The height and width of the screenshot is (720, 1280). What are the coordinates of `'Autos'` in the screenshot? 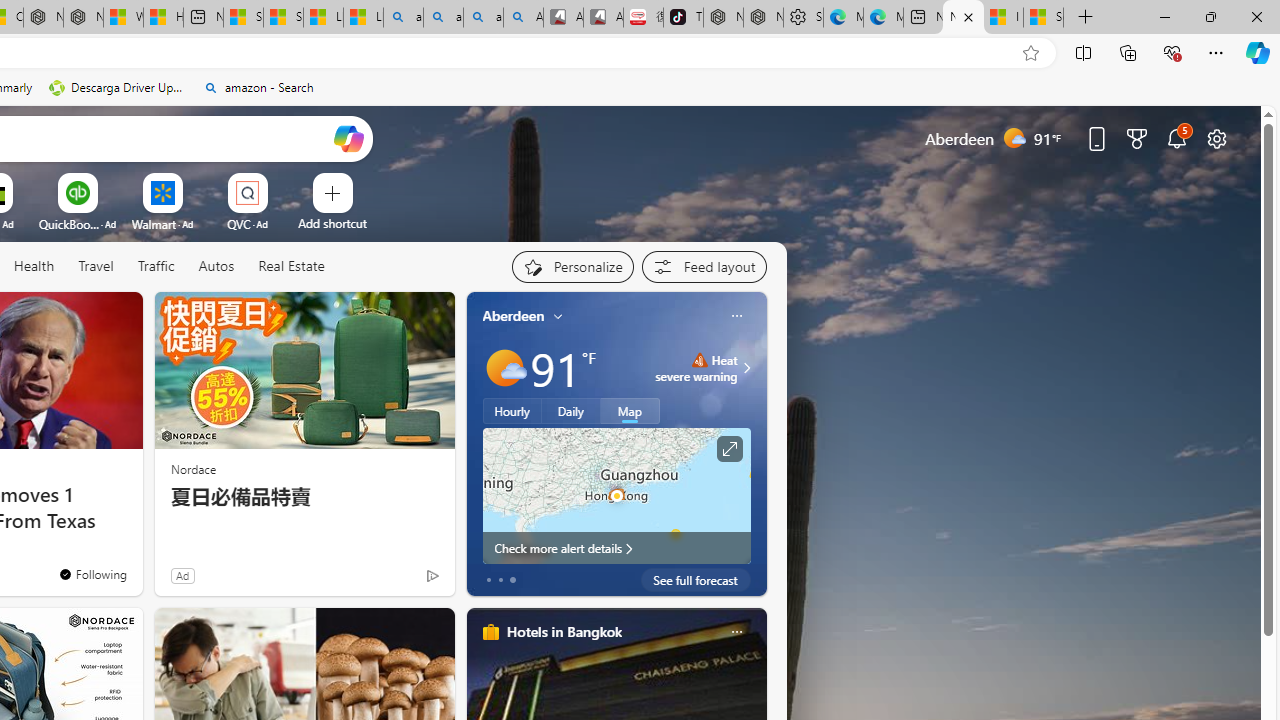 It's located at (216, 265).